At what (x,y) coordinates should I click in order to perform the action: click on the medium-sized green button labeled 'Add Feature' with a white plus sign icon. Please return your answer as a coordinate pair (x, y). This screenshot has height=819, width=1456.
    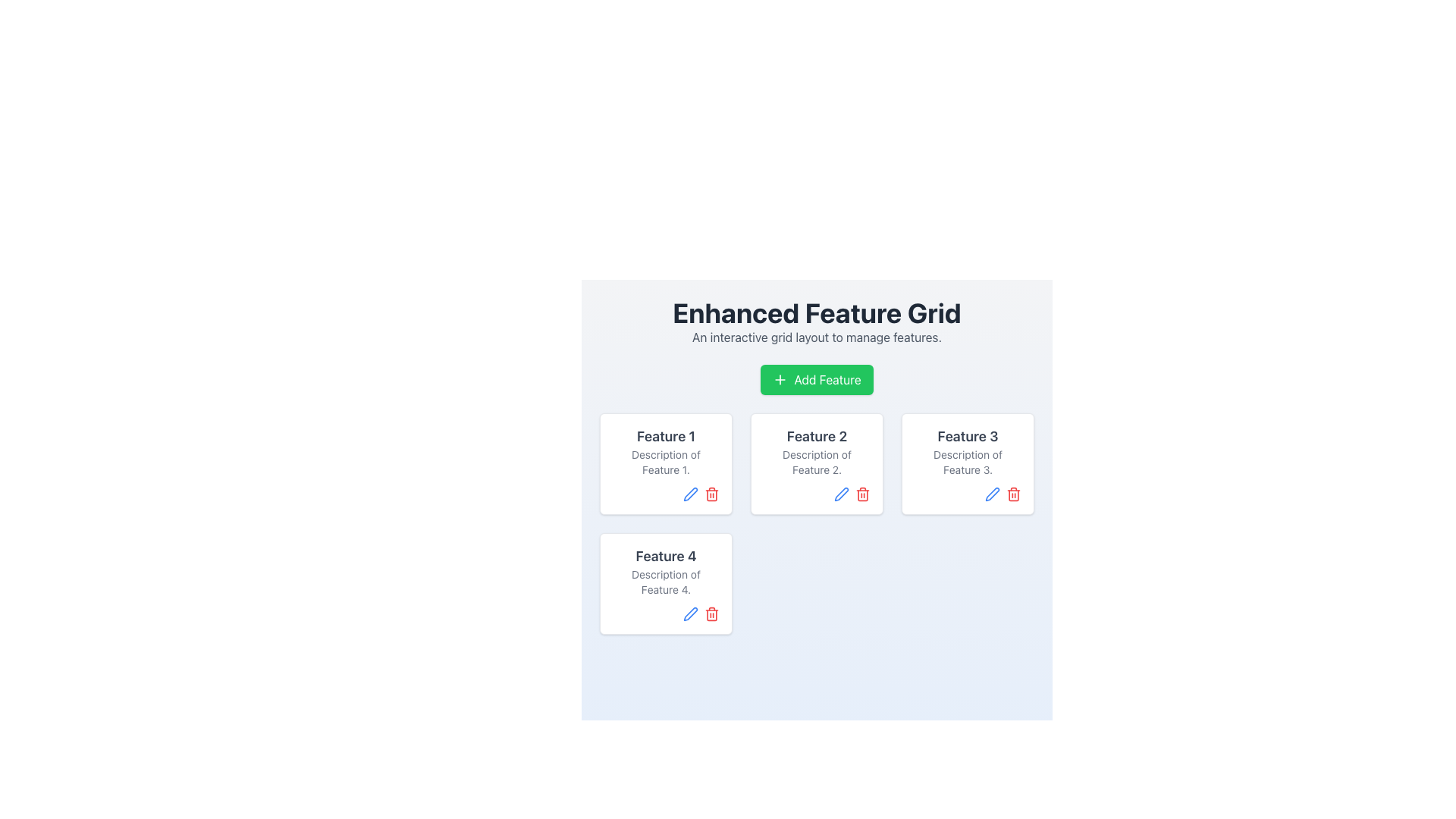
    Looking at the image, I should click on (816, 379).